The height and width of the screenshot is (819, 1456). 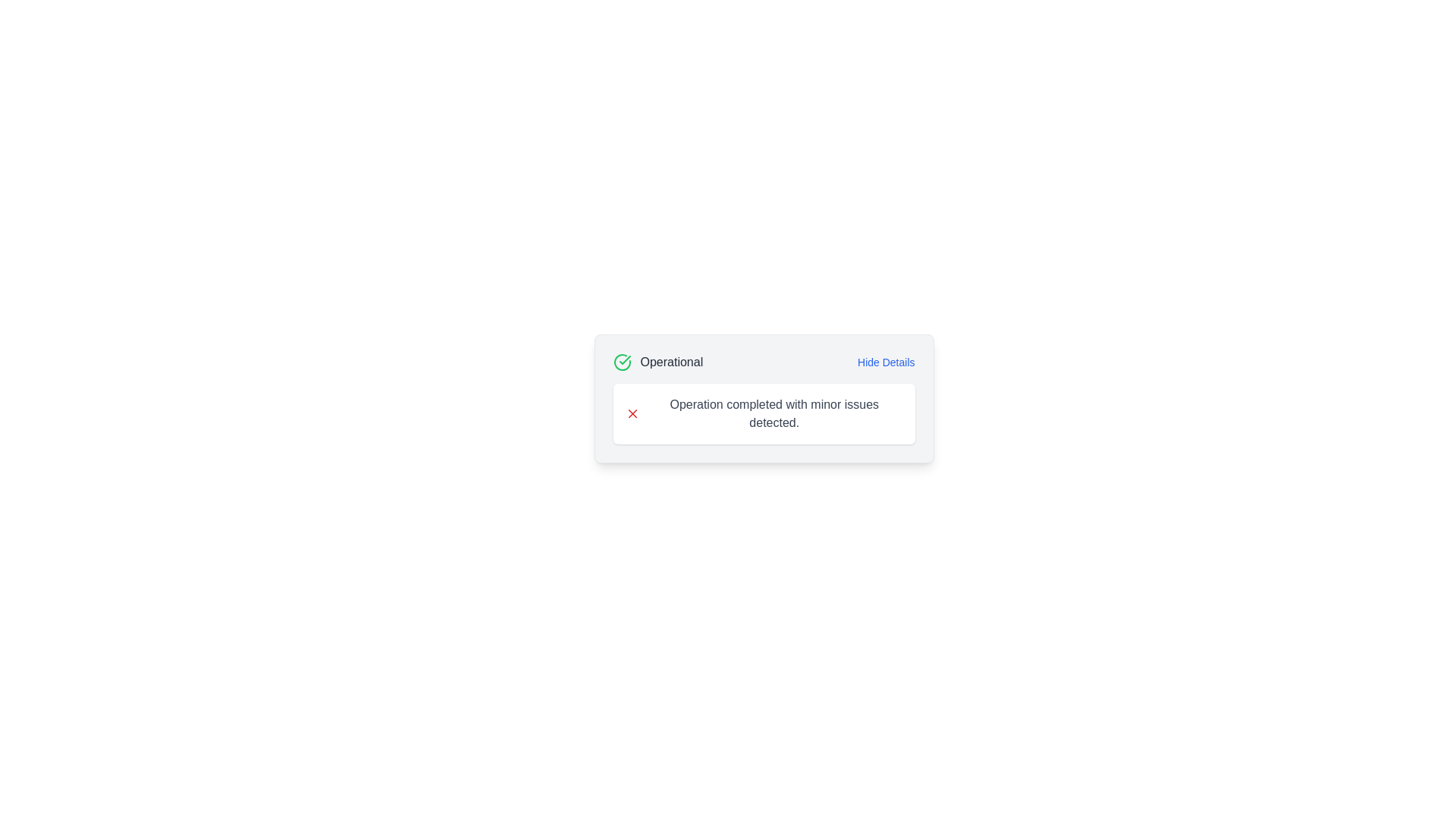 I want to click on the 'Operational' label, which is displayed in gray and is located to the right of a green check icon, so click(x=657, y=362).